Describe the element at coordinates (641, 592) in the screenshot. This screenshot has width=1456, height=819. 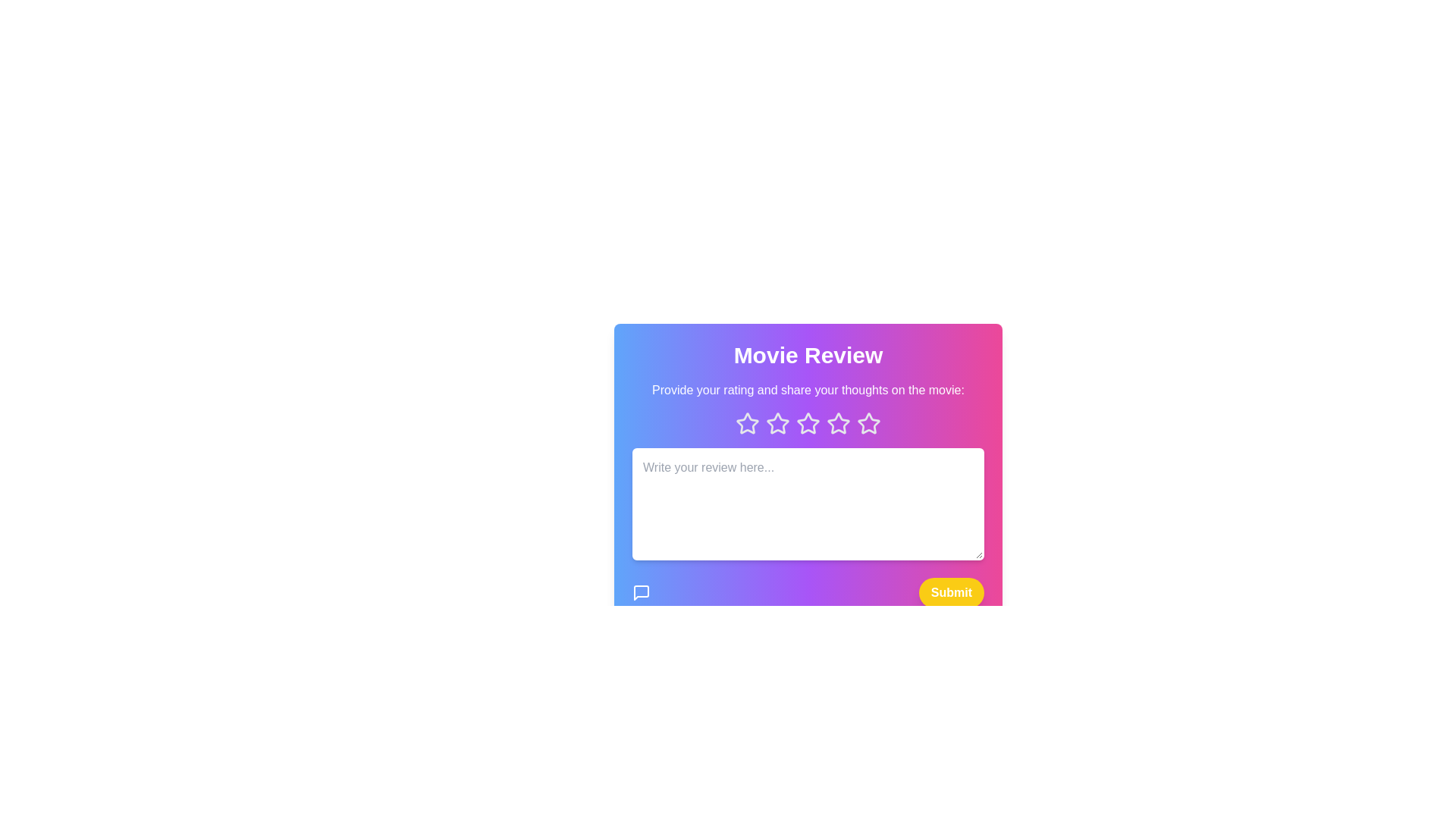
I see `the message icon in the MovieReviewComponent` at that location.